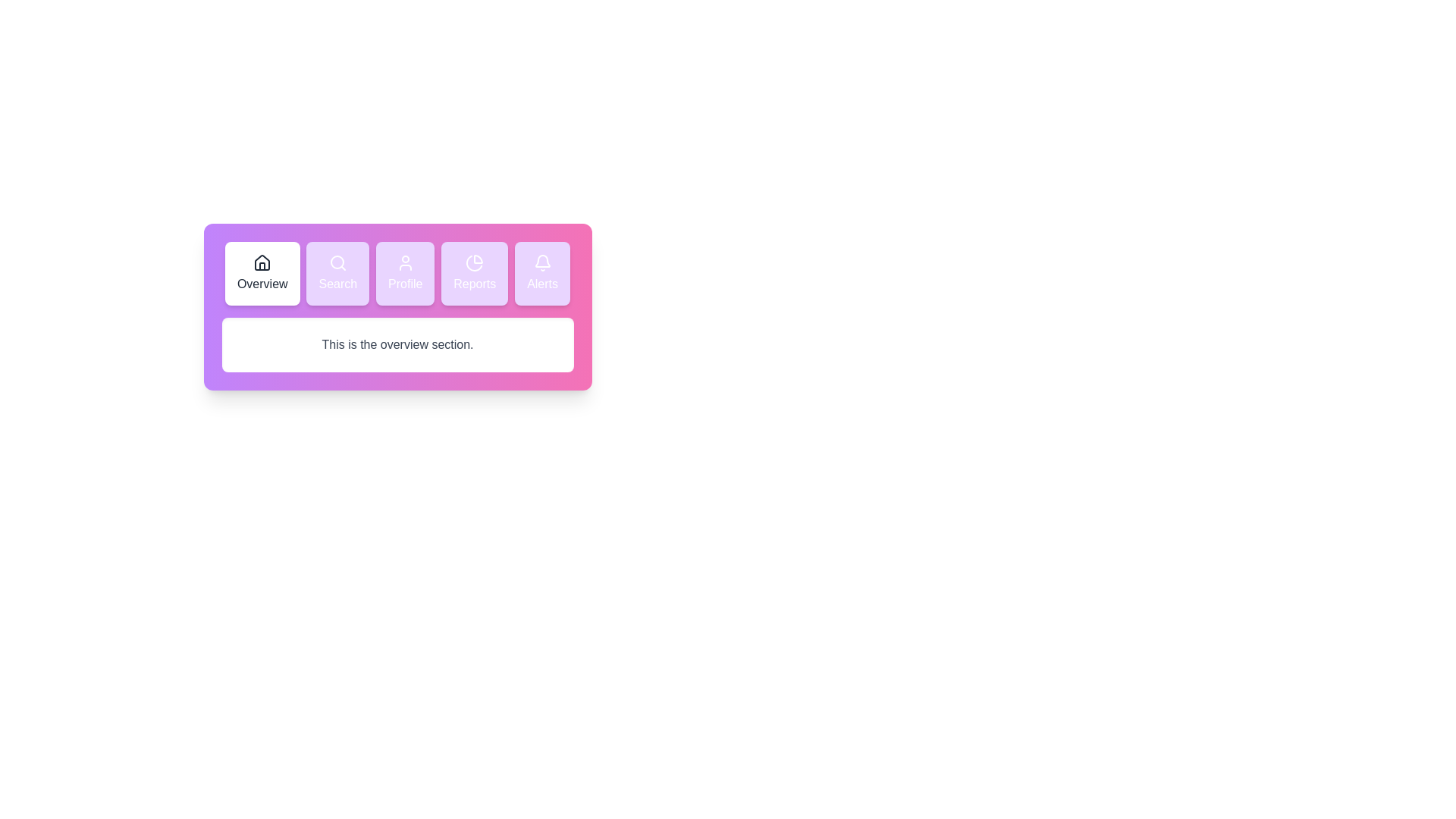 Image resolution: width=1456 pixels, height=819 pixels. What do you see at coordinates (262, 262) in the screenshot?
I see `the house-shaped icon outlined in a dark stroke, located above the text 'Overview'` at bounding box center [262, 262].